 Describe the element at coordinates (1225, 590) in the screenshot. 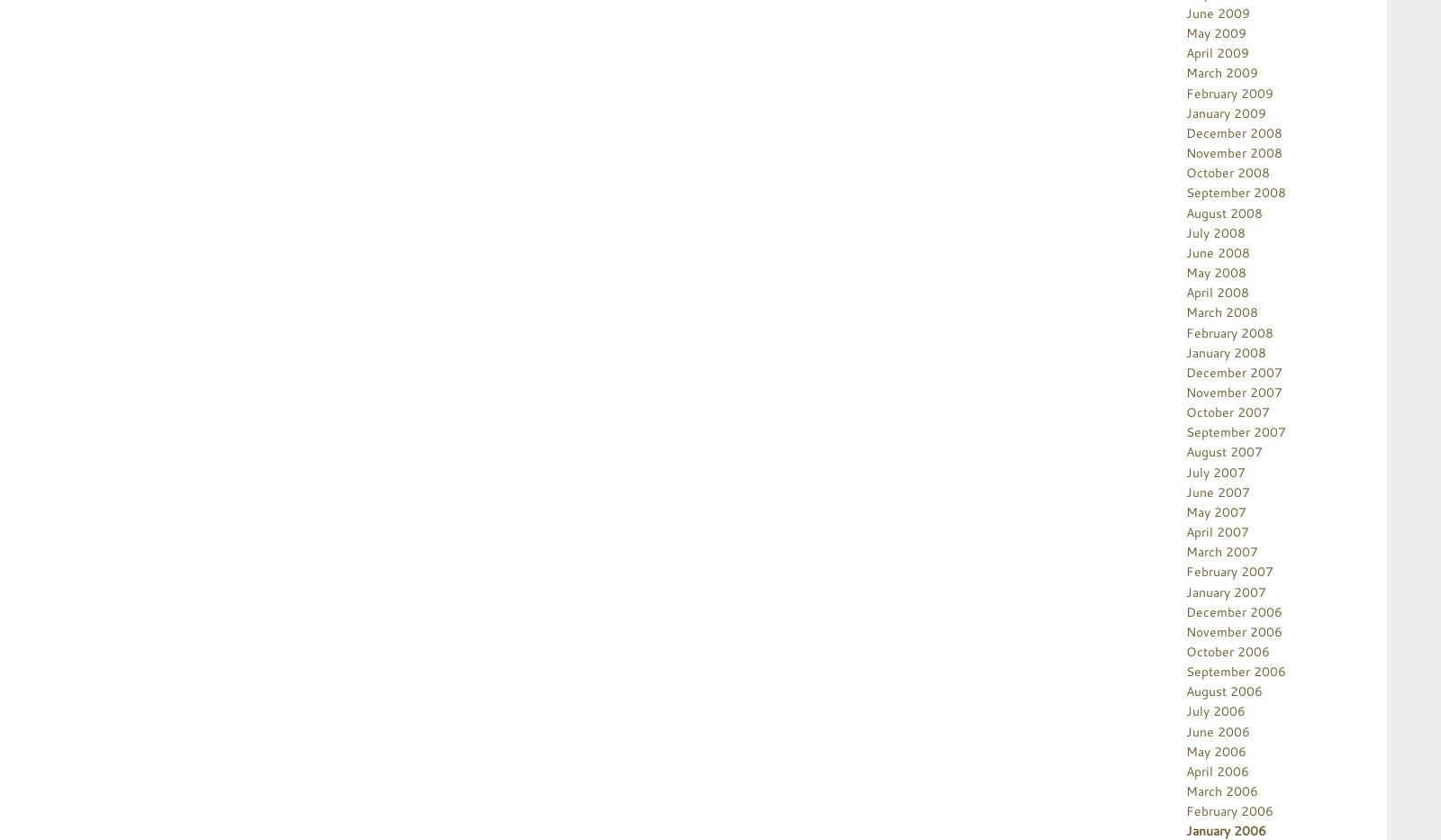

I see `'January 2007'` at that location.